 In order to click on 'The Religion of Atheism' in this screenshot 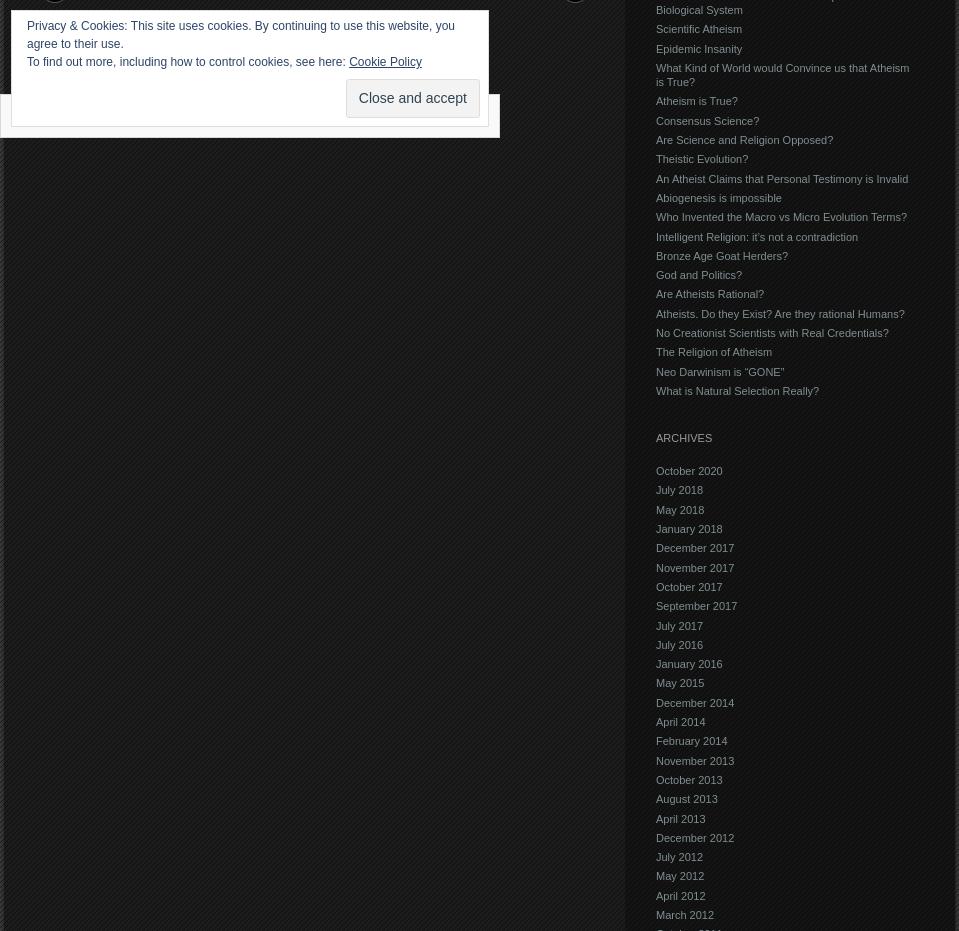, I will do `click(712, 352)`.